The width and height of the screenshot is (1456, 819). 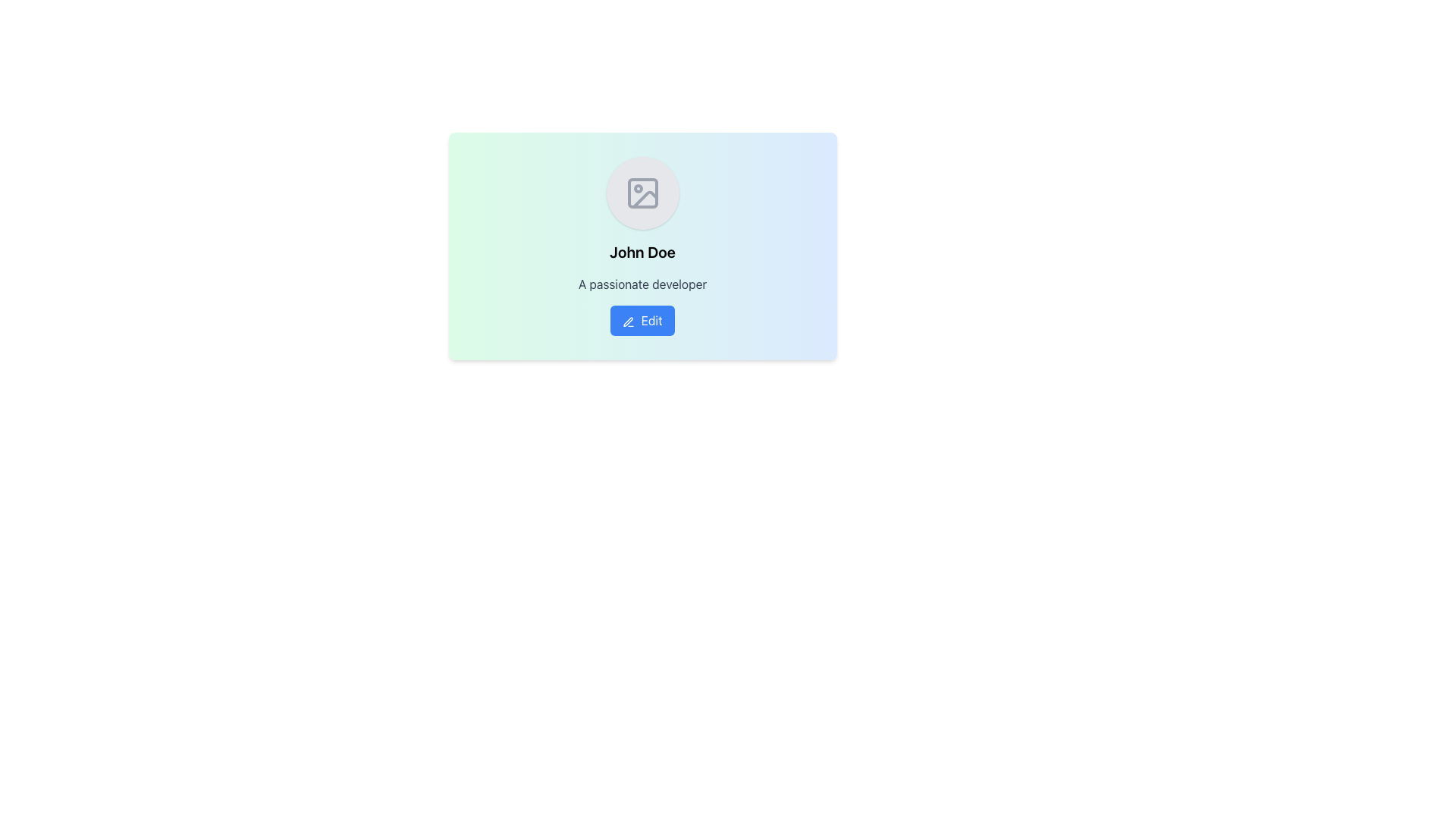 I want to click on the text label displaying 'John Doe', which serves as the main identifier for the user profile, located centrally below the avatar, so click(x=642, y=251).